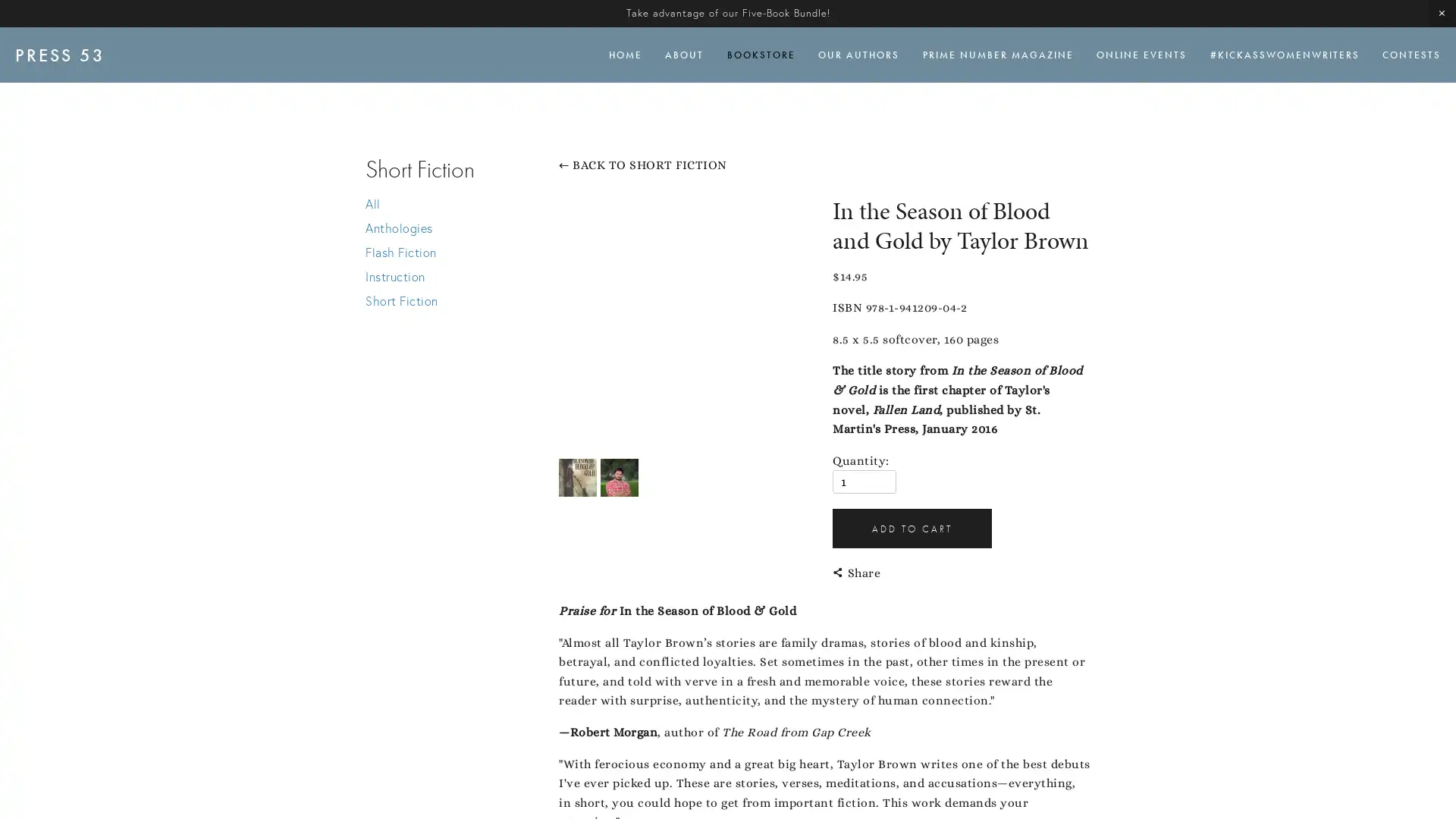 Image resolution: width=1456 pixels, height=819 pixels. What do you see at coordinates (912, 528) in the screenshot?
I see `ADD TO CART` at bounding box center [912, 528].